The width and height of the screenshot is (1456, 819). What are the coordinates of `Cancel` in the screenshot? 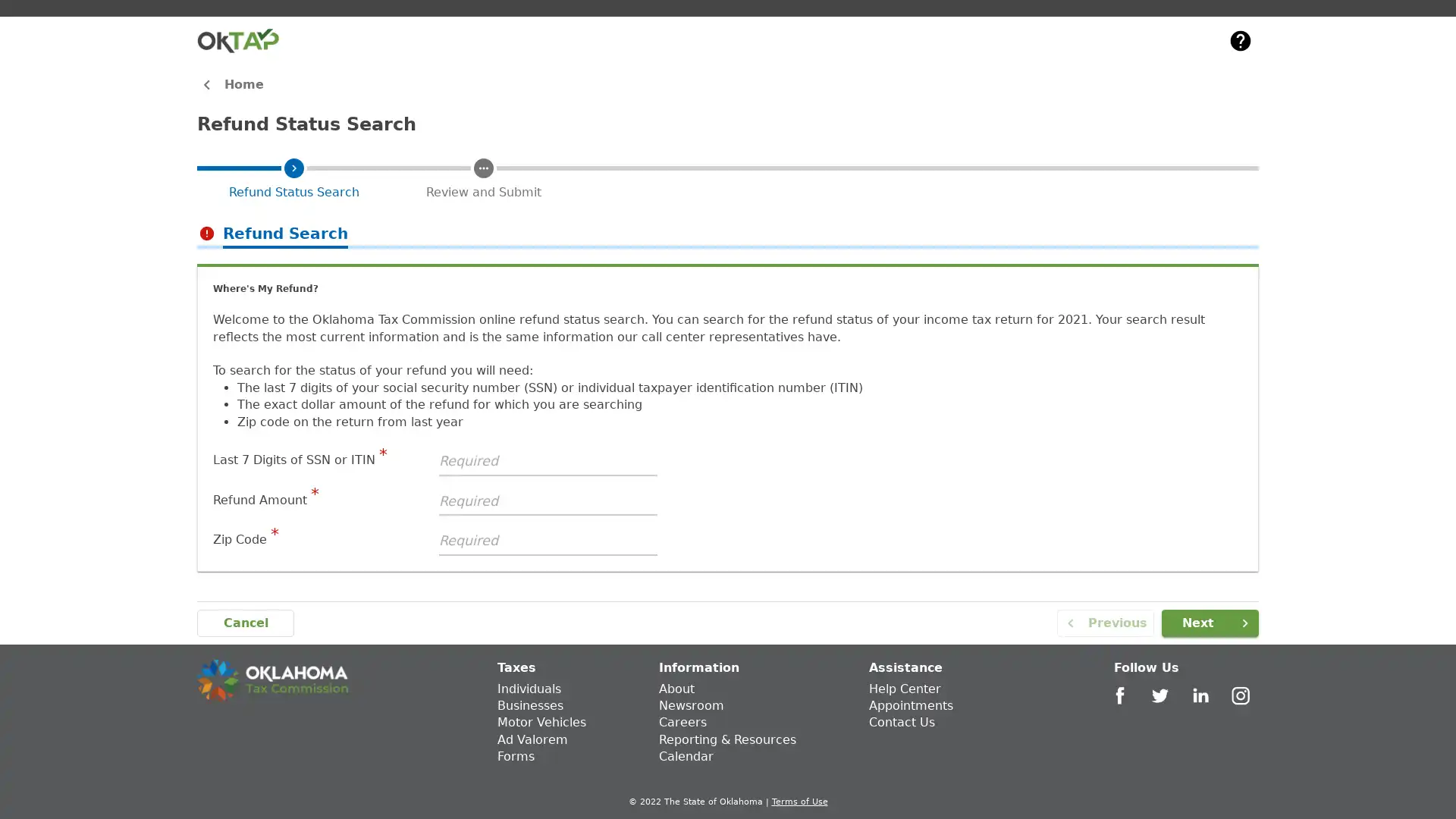 It's located at (246, 623).